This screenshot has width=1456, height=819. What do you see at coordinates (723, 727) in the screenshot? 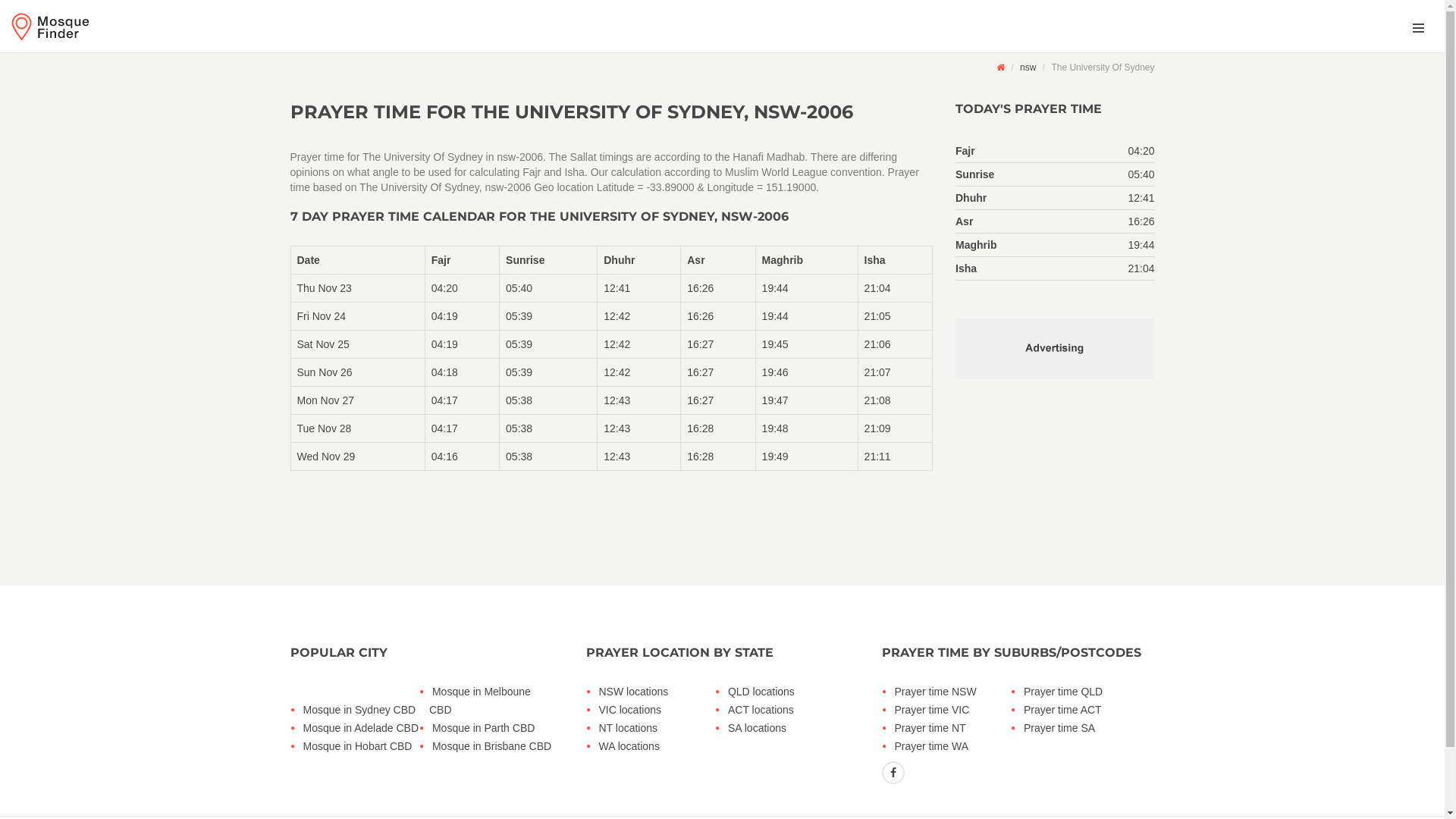
I see `'SA locations'` at bounding box center [723, 727].